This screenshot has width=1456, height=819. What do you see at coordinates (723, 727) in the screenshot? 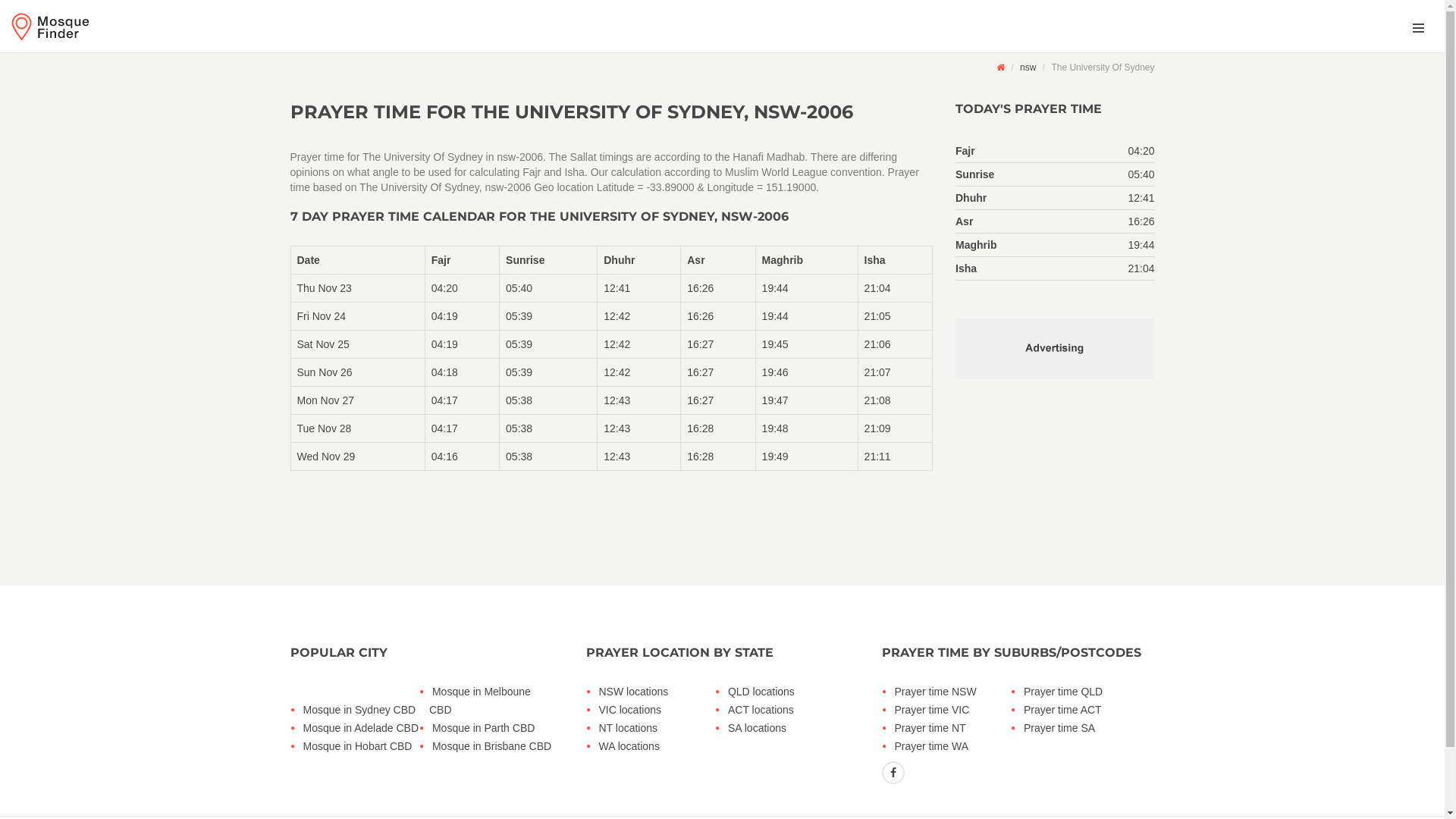
I see `'SA locations'` at bounding box center [723, 727].